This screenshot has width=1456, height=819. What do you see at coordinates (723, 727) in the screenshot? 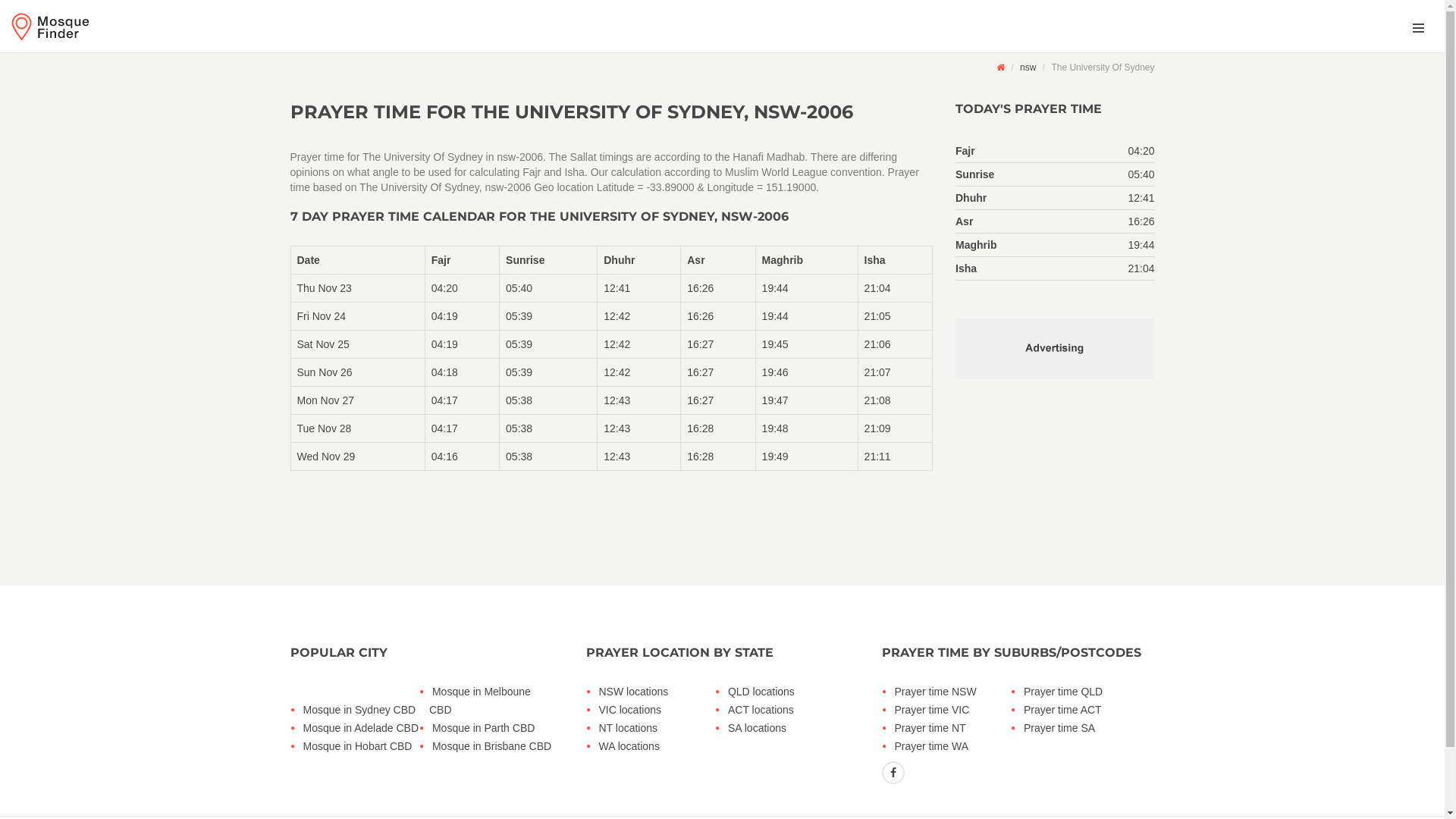
I see `'SA locations'` at bounding box center [723, 727].